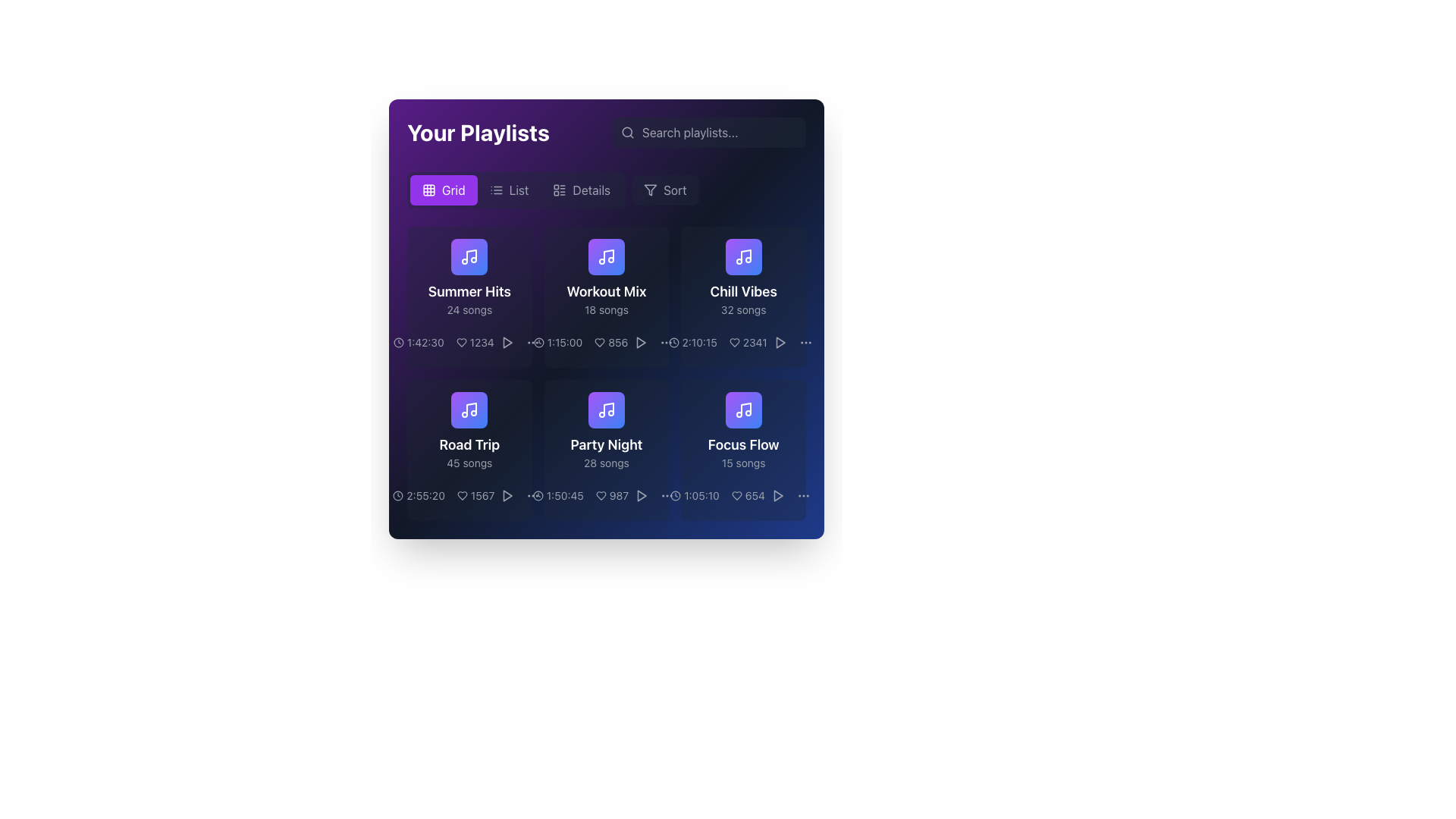 This screenshot has width=1456, height=819. Describe the element at coordinates (803, 496) in the screenshot. I see `the Icon (Ellipsis) consisting of three horizontally aligned dots located at the bottom-right corner of the 'Focus Flow' playlist card` at that location.